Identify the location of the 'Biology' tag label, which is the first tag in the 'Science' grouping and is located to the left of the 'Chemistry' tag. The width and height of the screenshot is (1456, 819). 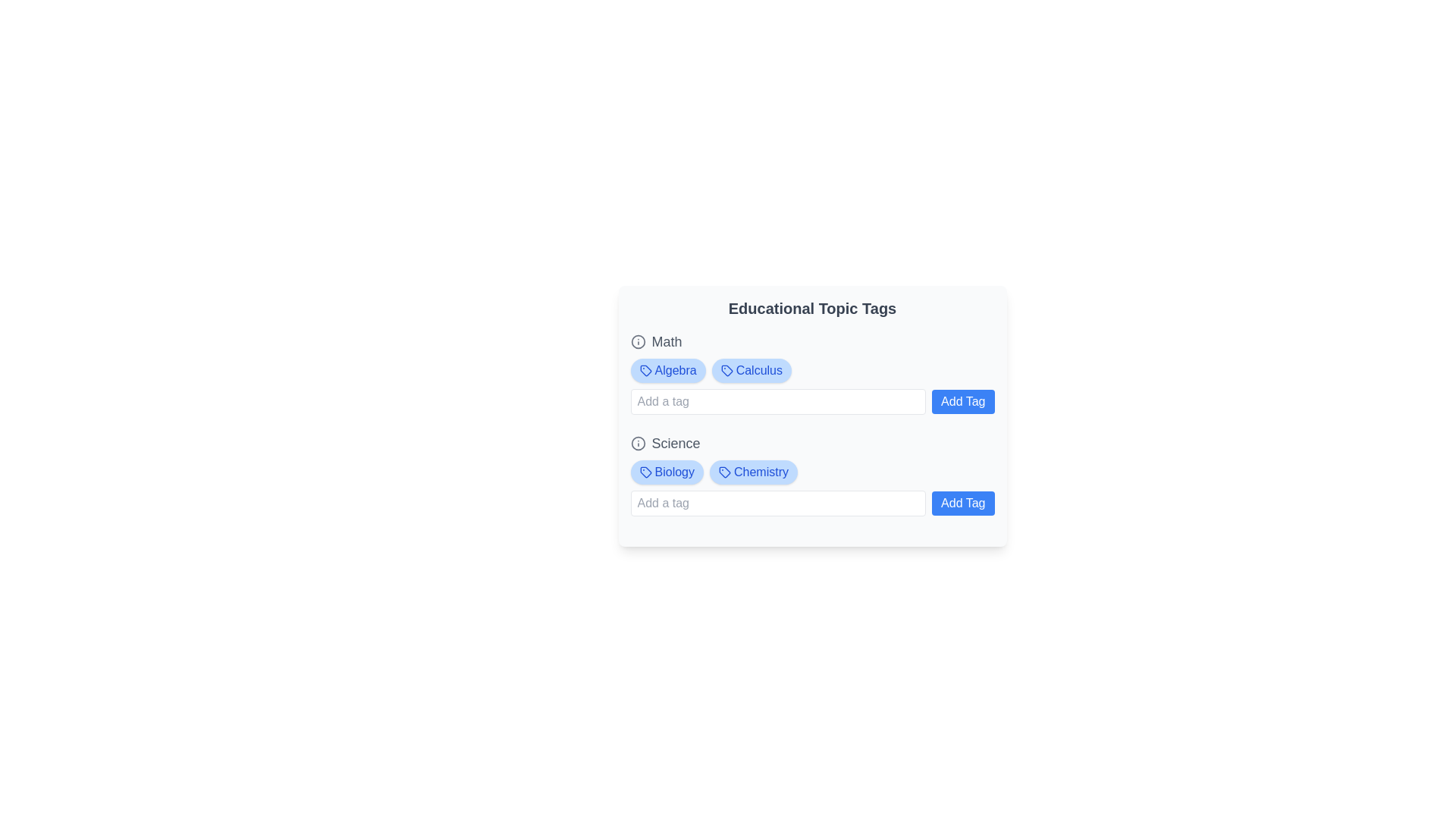
(667, 472).